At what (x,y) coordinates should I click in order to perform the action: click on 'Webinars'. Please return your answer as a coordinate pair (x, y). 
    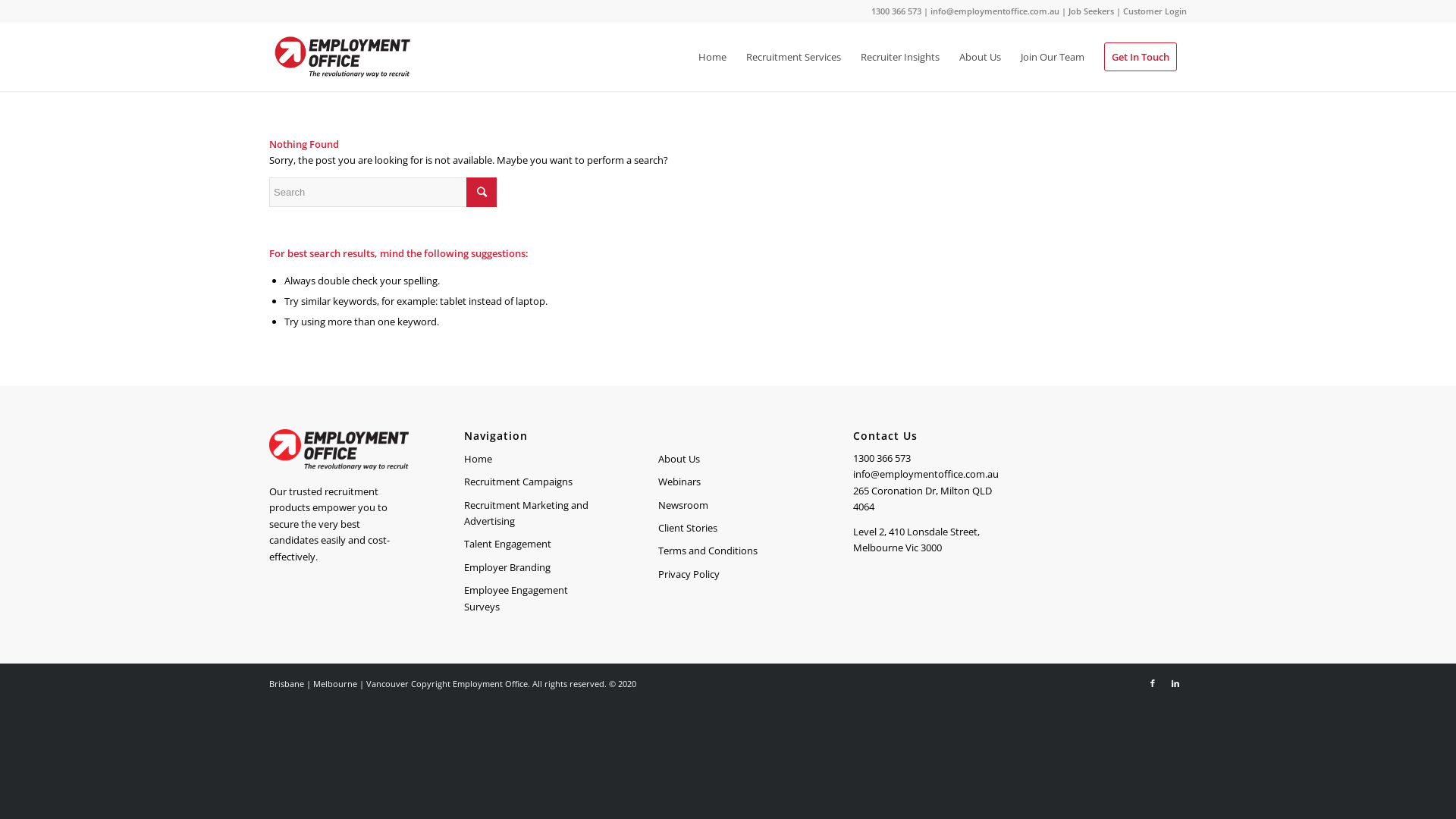
    Looking at the image, I should click on (728, 482).